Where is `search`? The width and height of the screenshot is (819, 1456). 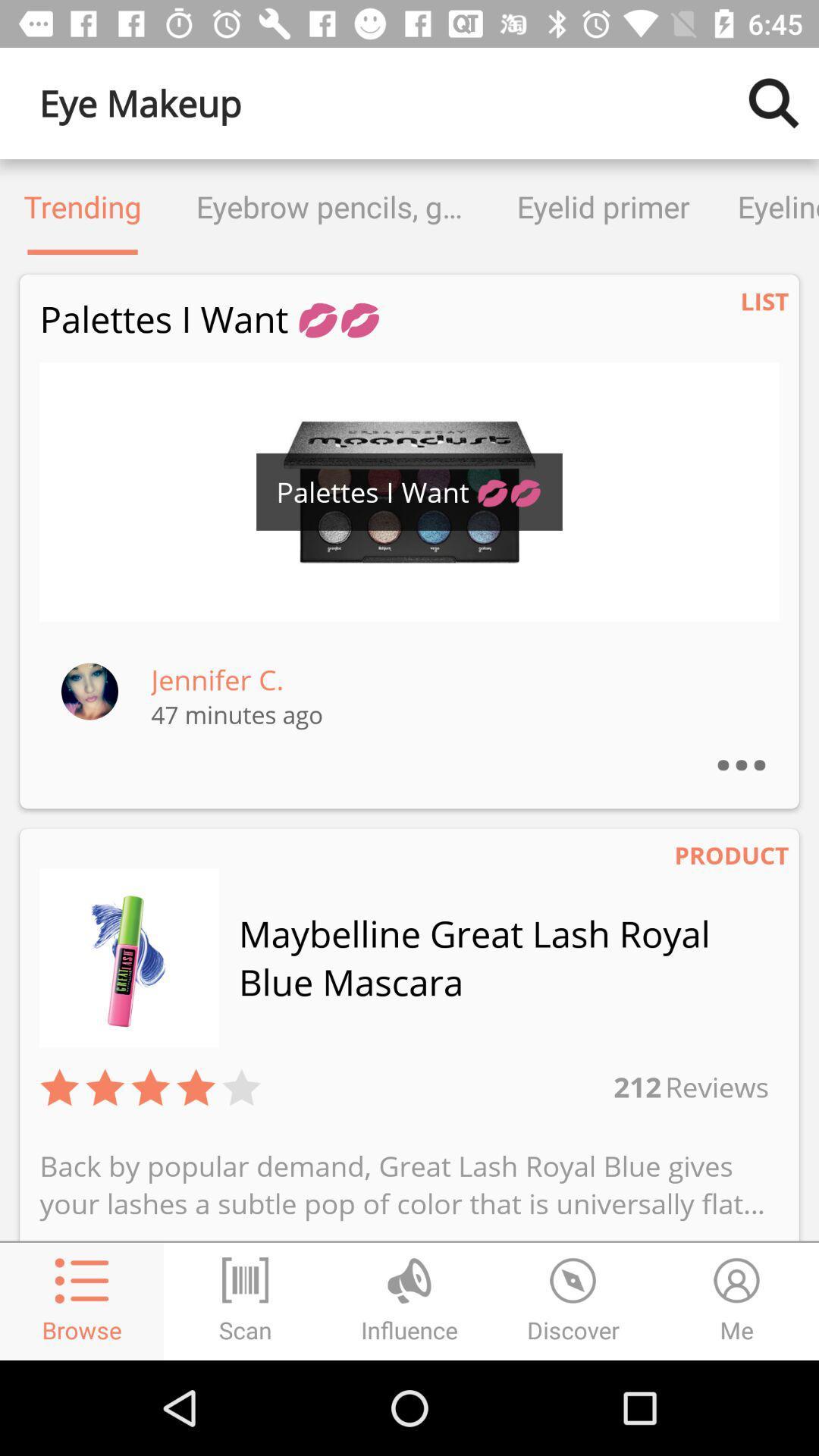 search is located at coordinates (773, 102).